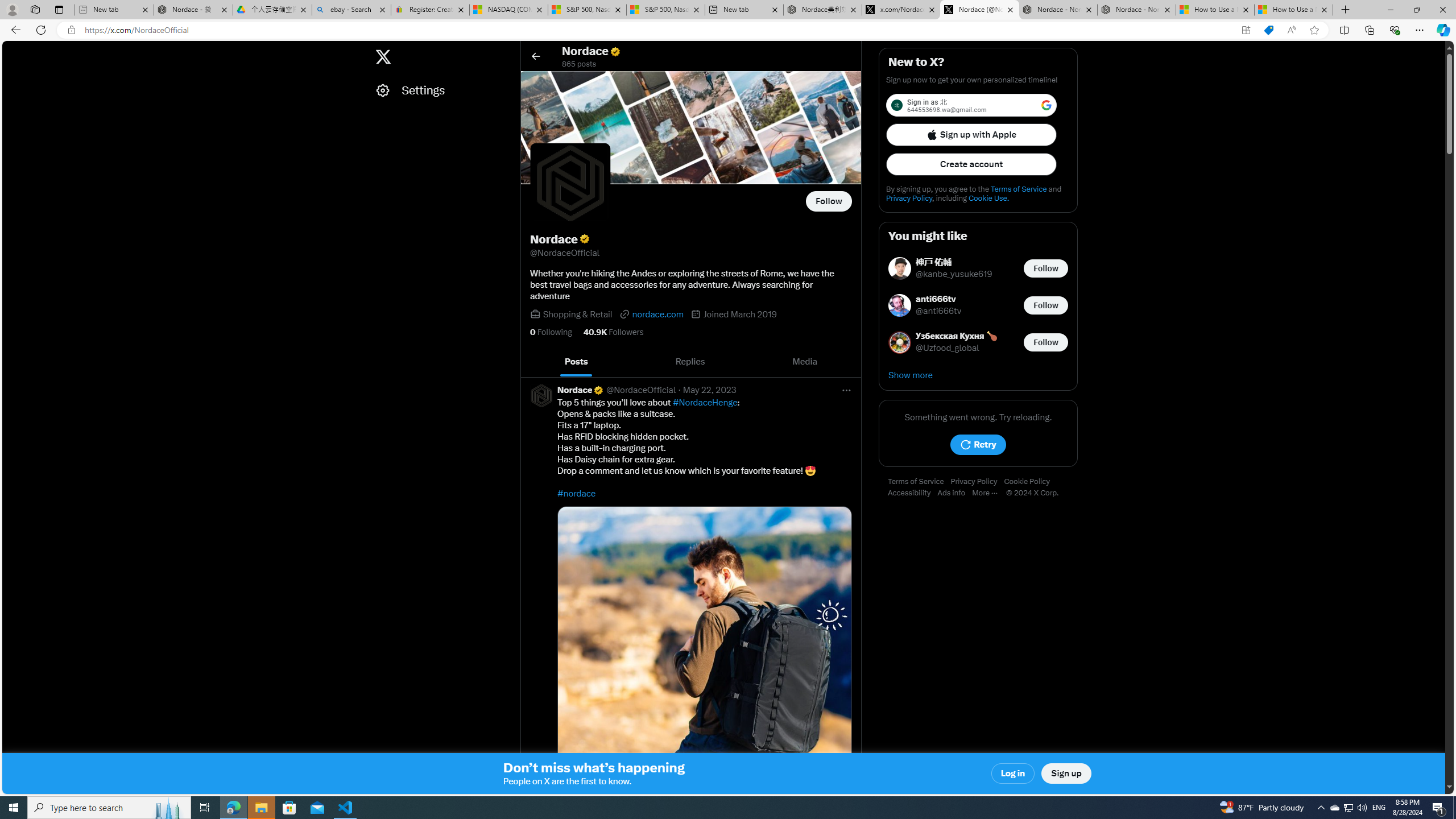  Describe the element at coordinates (1045, 342) in the screenshot. I see `'Follow @Uzfood_global'` at that location.